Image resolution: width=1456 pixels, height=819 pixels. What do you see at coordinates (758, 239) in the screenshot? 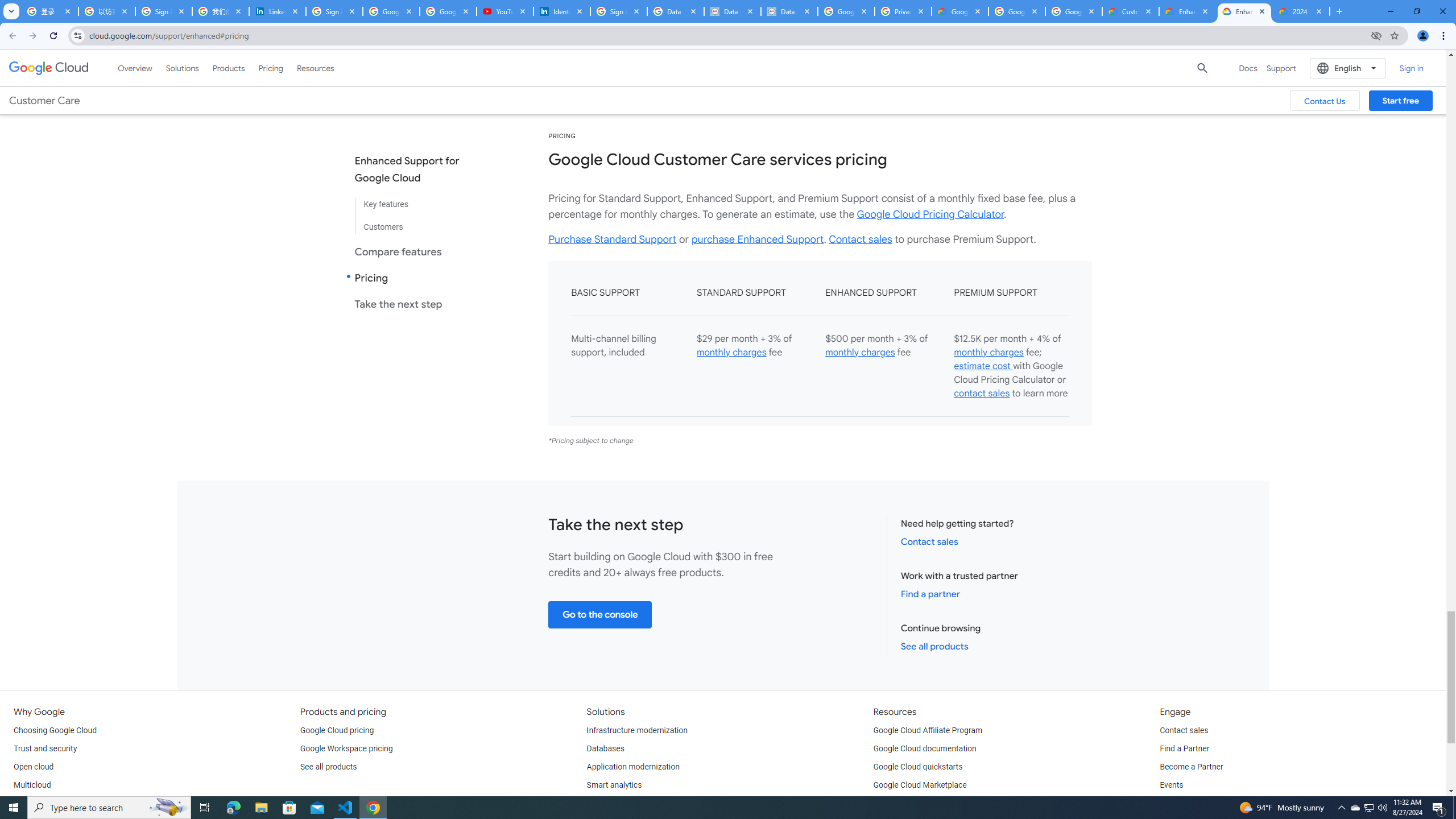
I see `'purchase Enhanced Support'` at bounding box center [758, 239].